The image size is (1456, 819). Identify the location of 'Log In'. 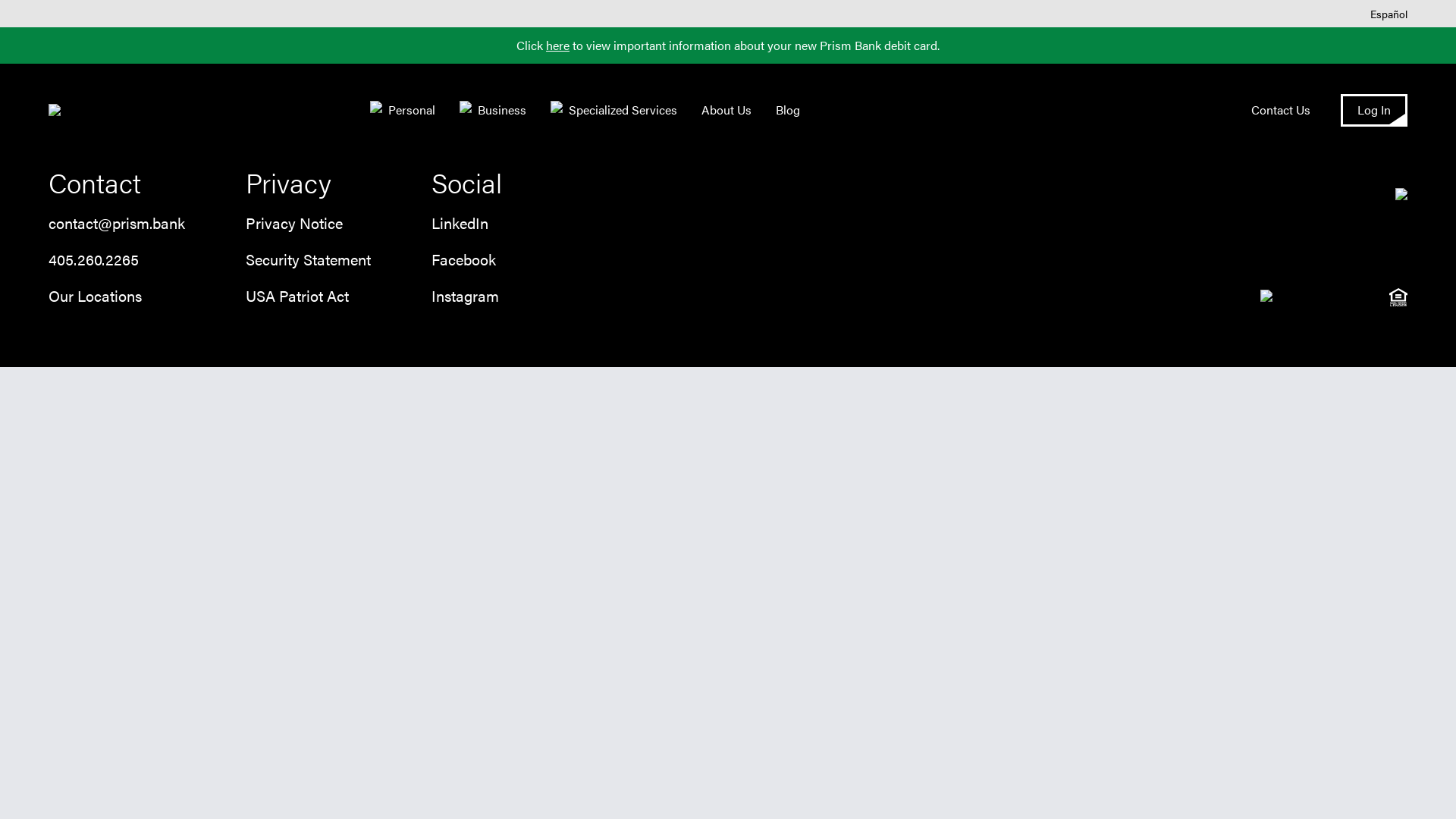
(1373, 109).